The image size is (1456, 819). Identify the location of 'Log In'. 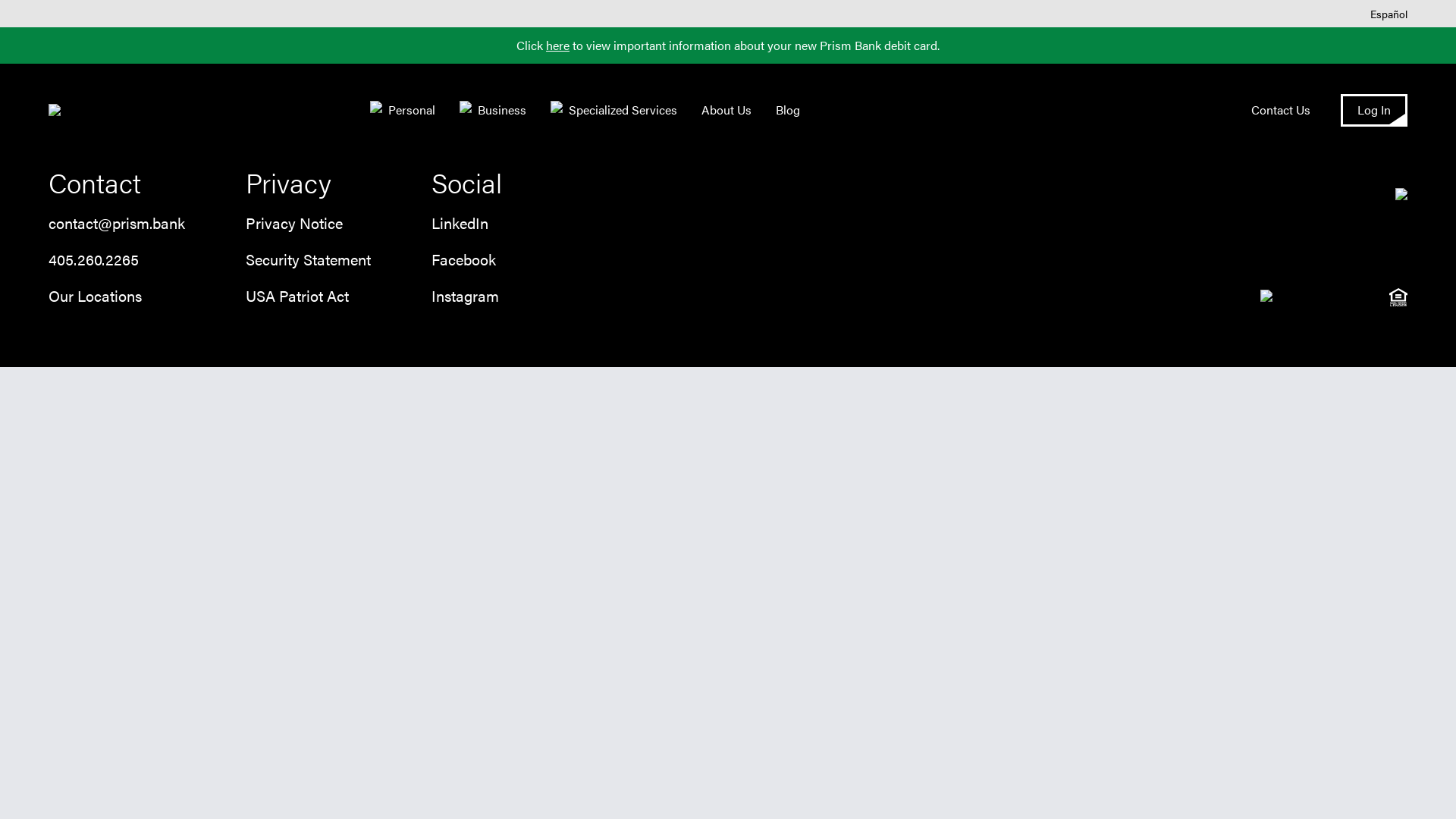
(1373, 109).